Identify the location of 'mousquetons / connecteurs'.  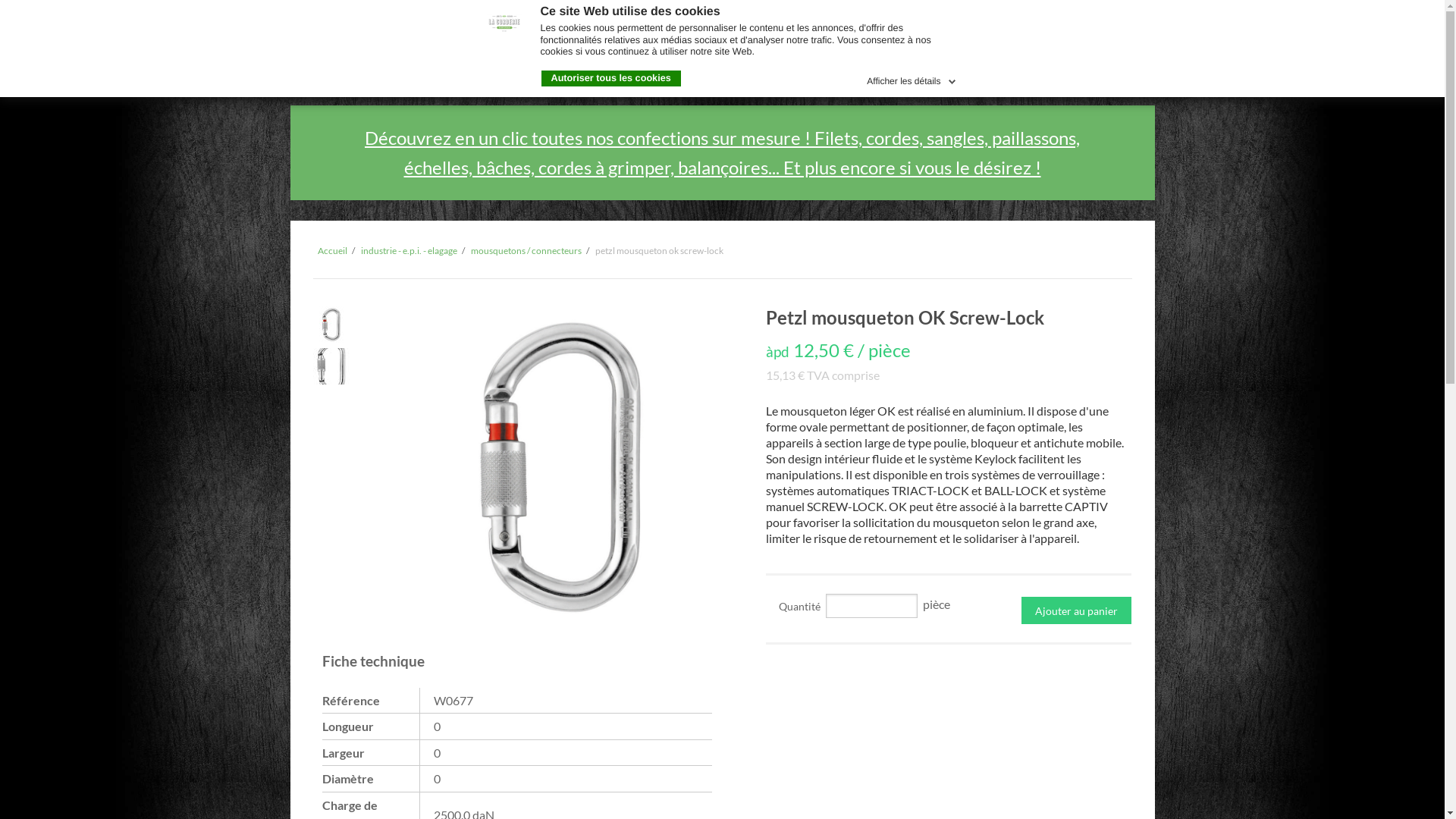
(525, 249).